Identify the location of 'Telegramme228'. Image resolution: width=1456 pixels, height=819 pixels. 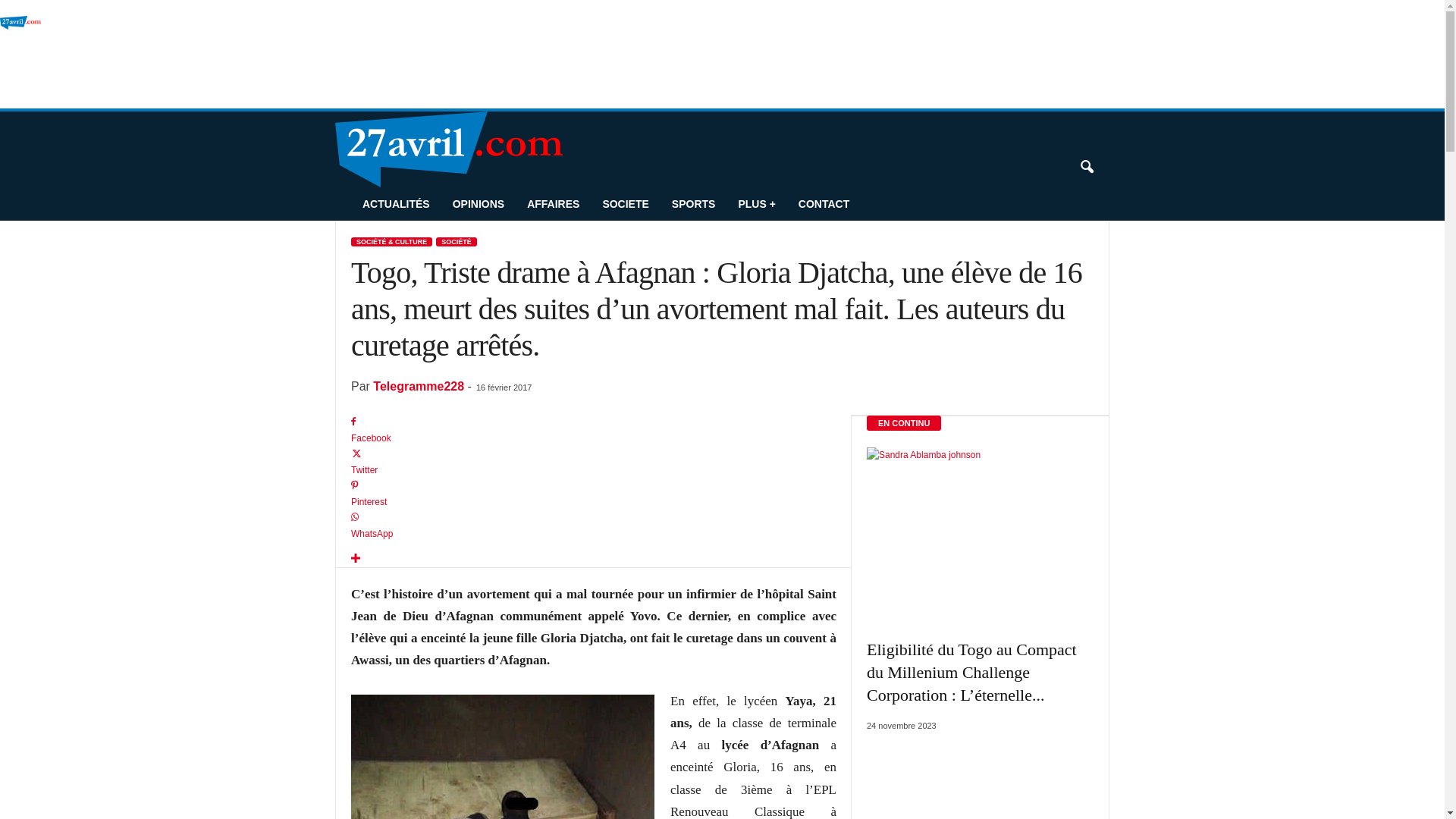
(372, 385).